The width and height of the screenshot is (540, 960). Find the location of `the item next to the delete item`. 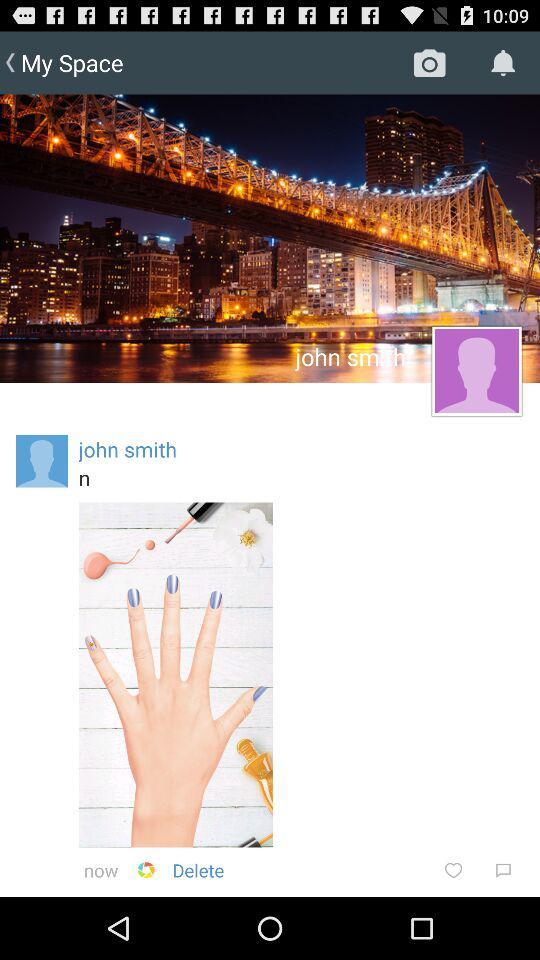

the item next to the delete item is located at coordinates (145, 869).